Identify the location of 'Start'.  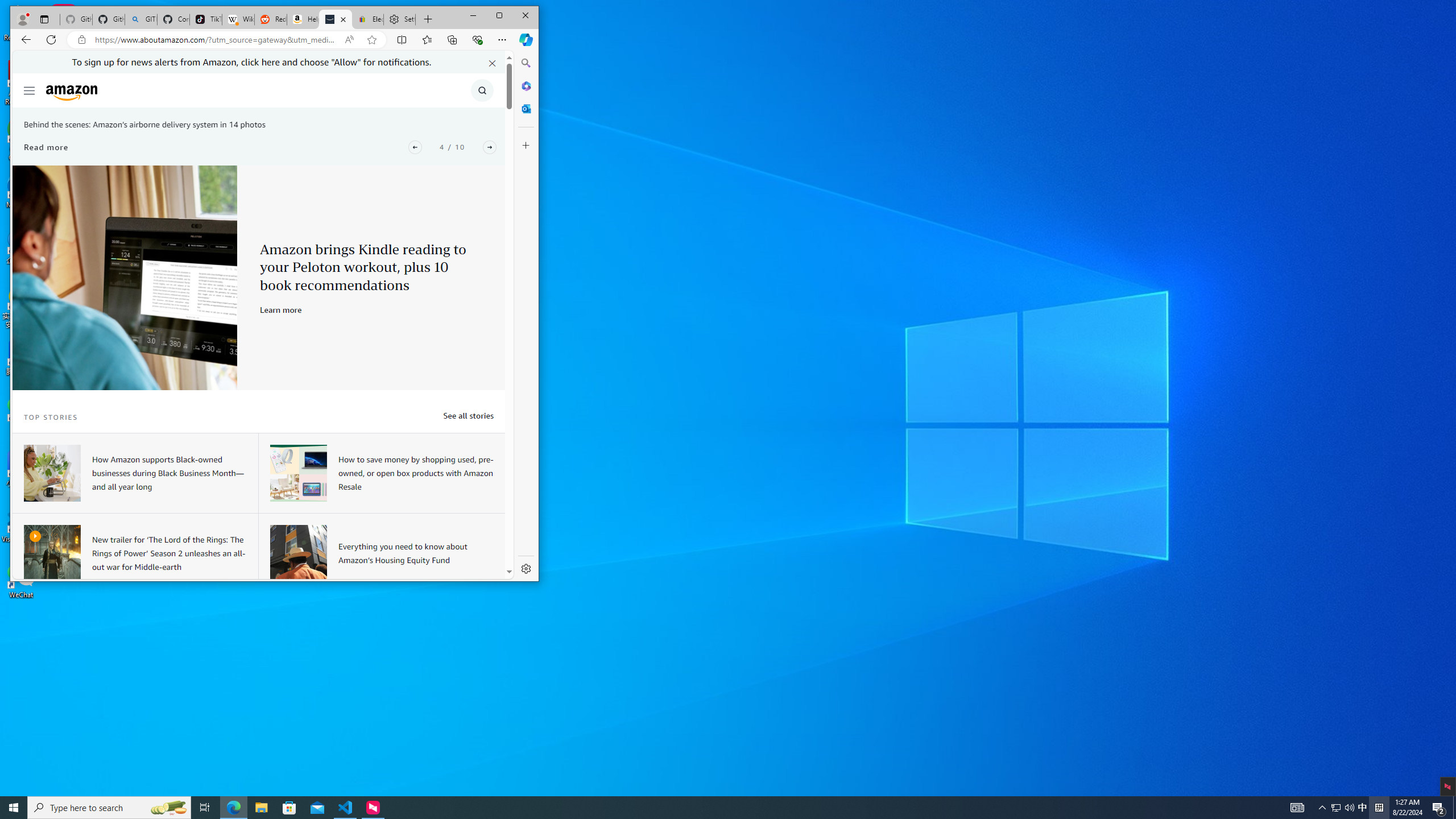
(14, 806).